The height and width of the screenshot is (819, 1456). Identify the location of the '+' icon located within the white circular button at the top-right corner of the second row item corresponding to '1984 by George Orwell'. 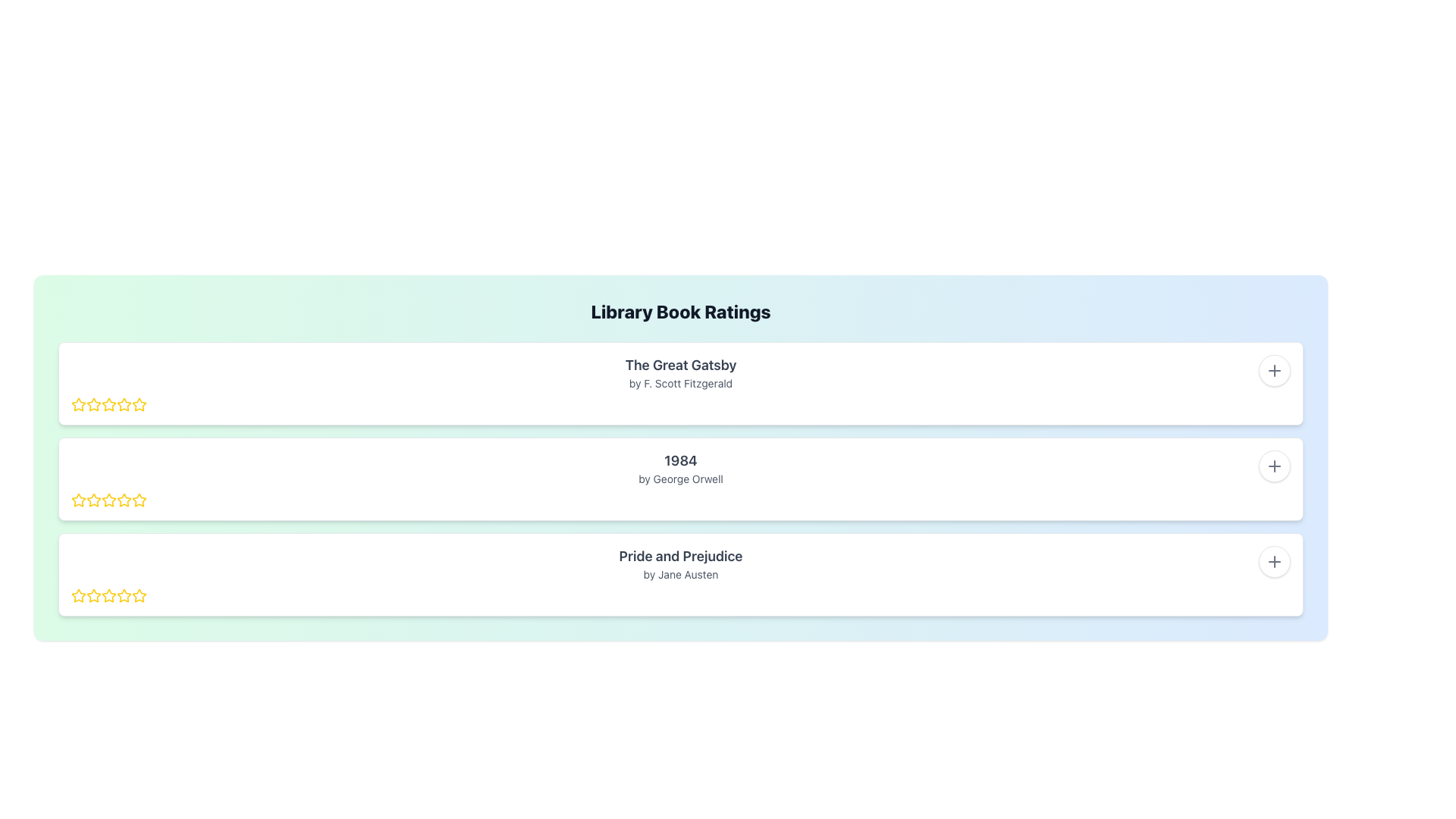
(1274, 465).